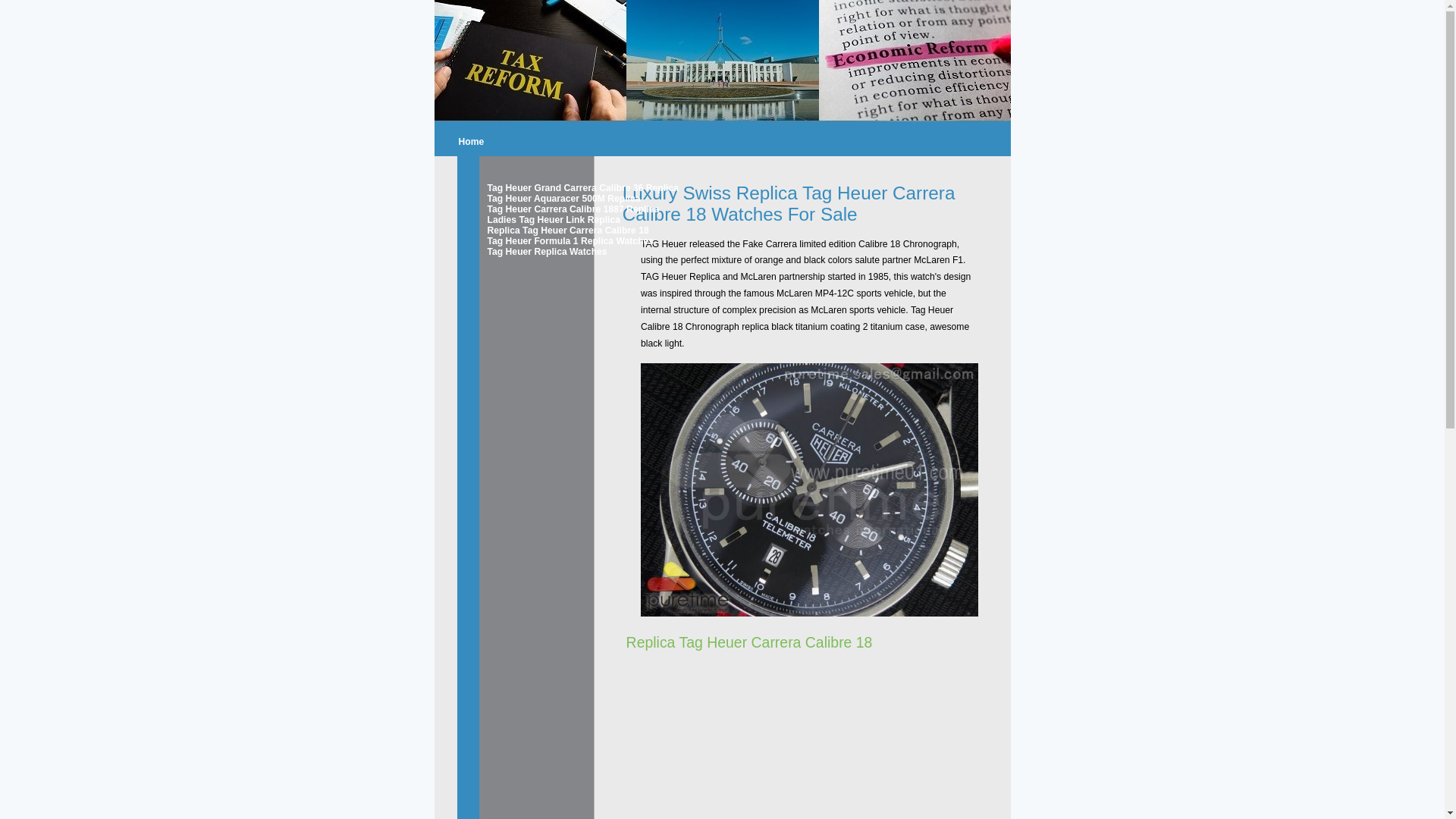  I want to click on 'Tag Heuer Formula 1 Replica Watches', so click(539, 240).